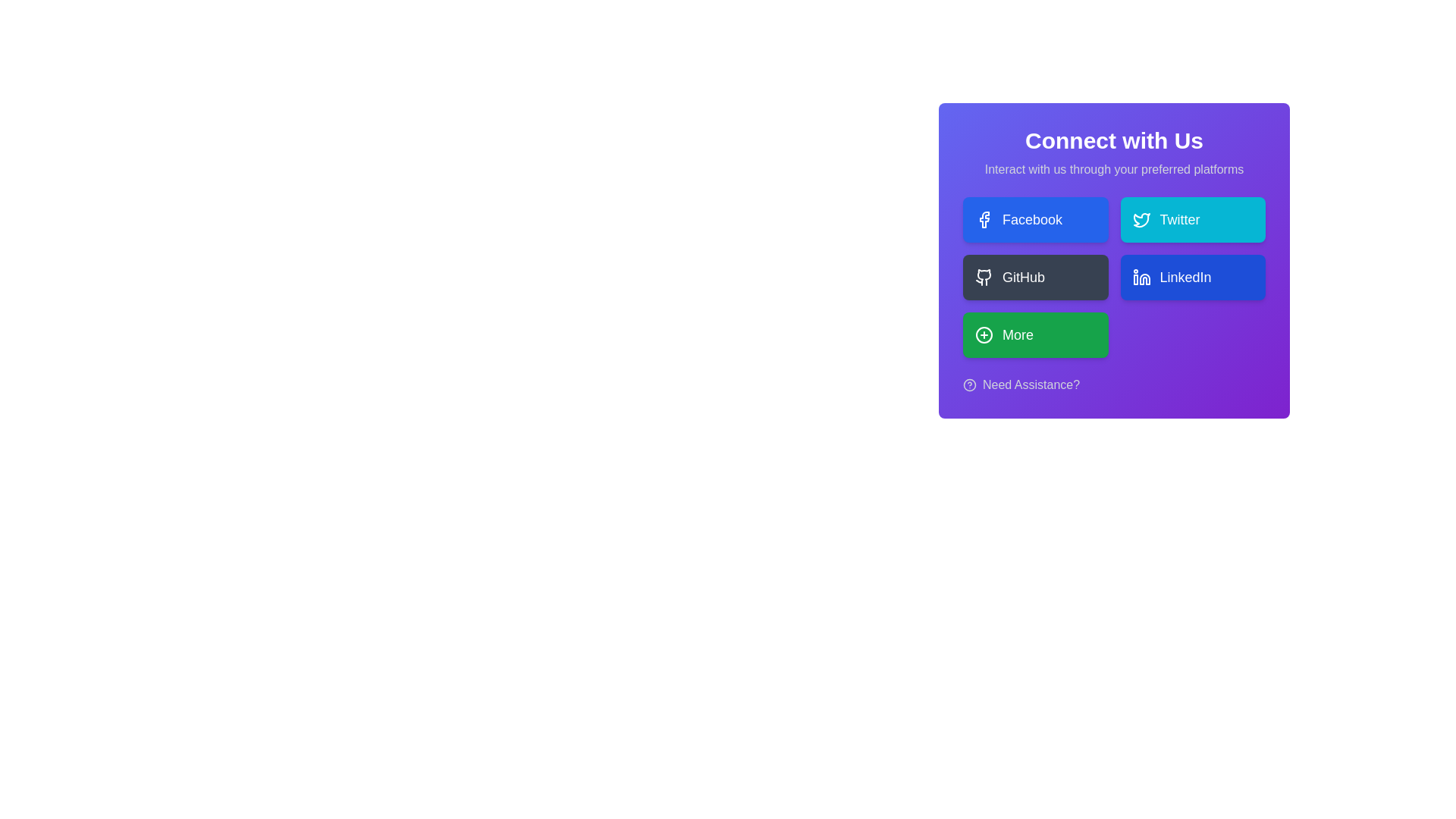 Image resolution: width=1456 pixels, height=819 pixels. I want to click on the help or support link located at the bottom of the 'Connect with Us' section, so click(1114, 384).